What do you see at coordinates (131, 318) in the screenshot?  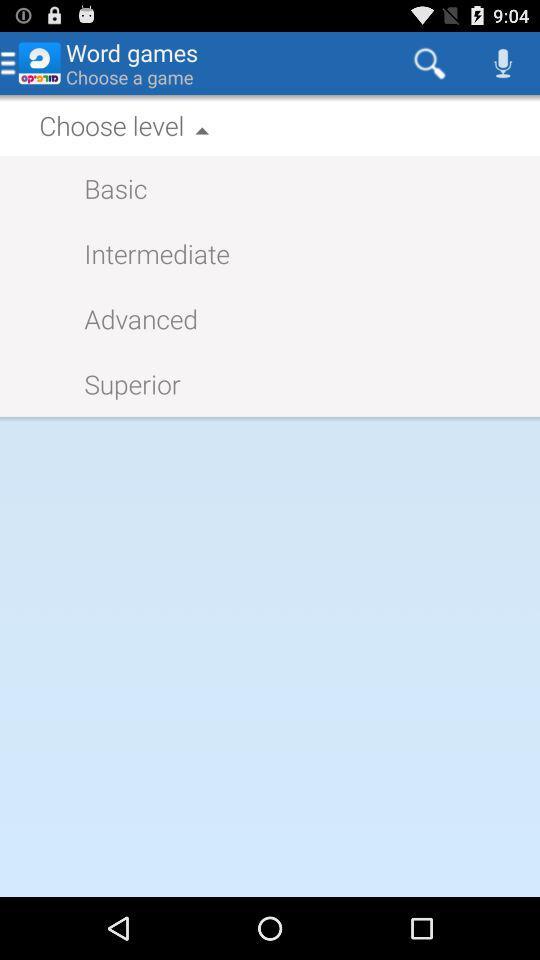 I see `the item below intermediate item` at bounding box center [131, 318].